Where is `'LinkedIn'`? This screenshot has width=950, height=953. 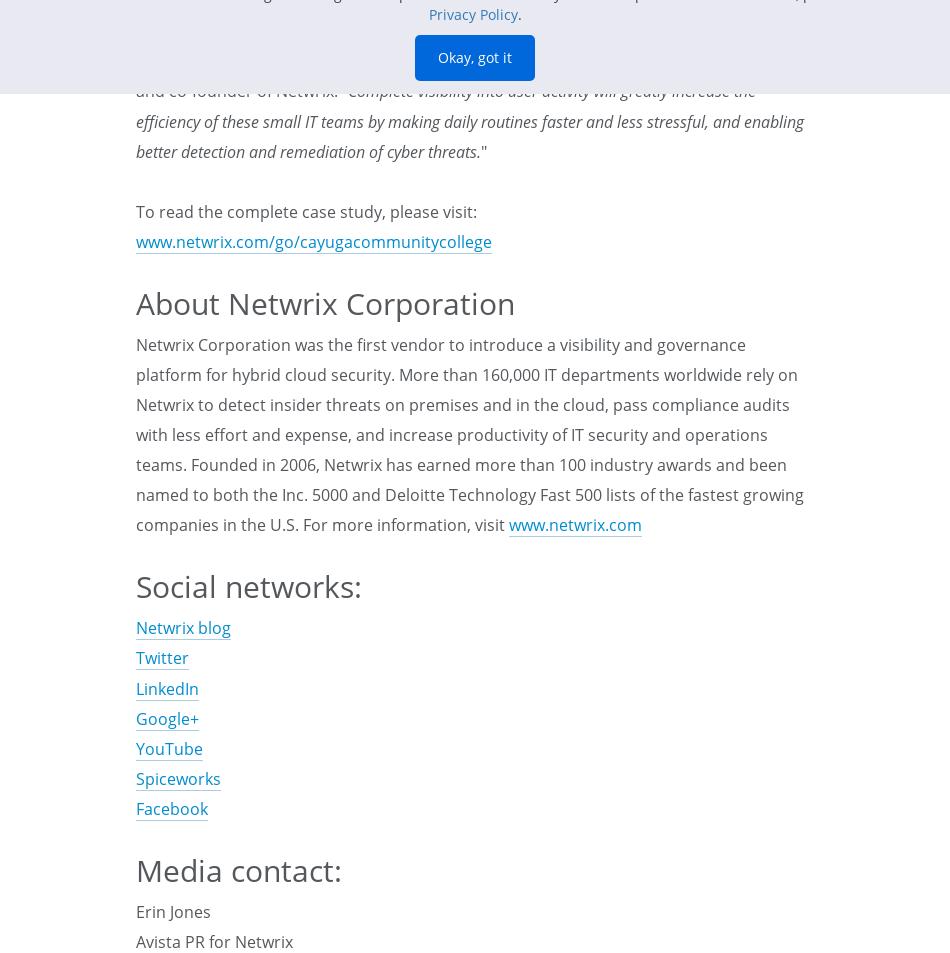
'LinkedIn' is located at coordinates (167, 687).